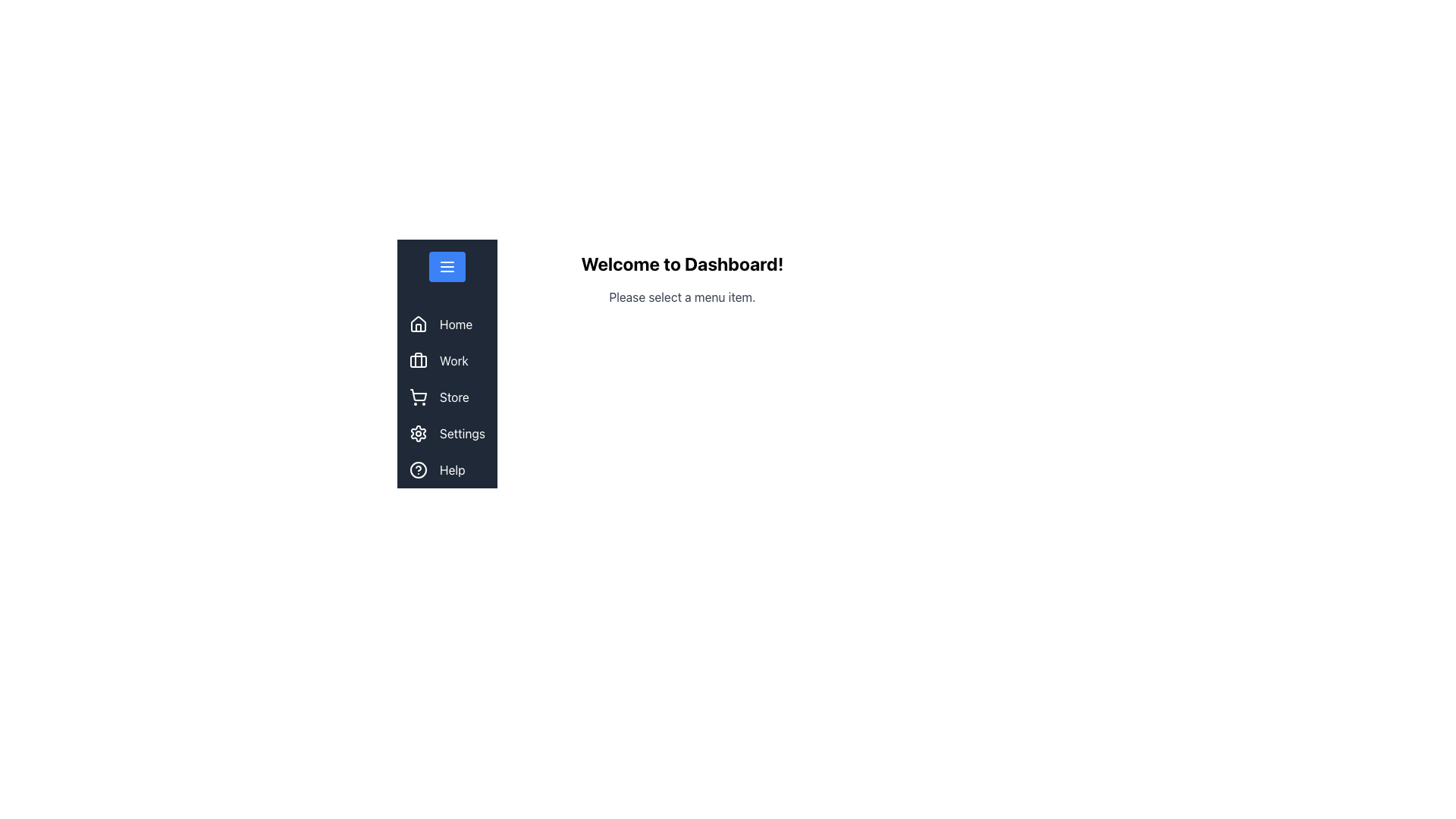  Describe the element at coordinates (447, 324) in the screenshot. I see `the 'Home' navigation button located at the top of the sidebar` at that location.